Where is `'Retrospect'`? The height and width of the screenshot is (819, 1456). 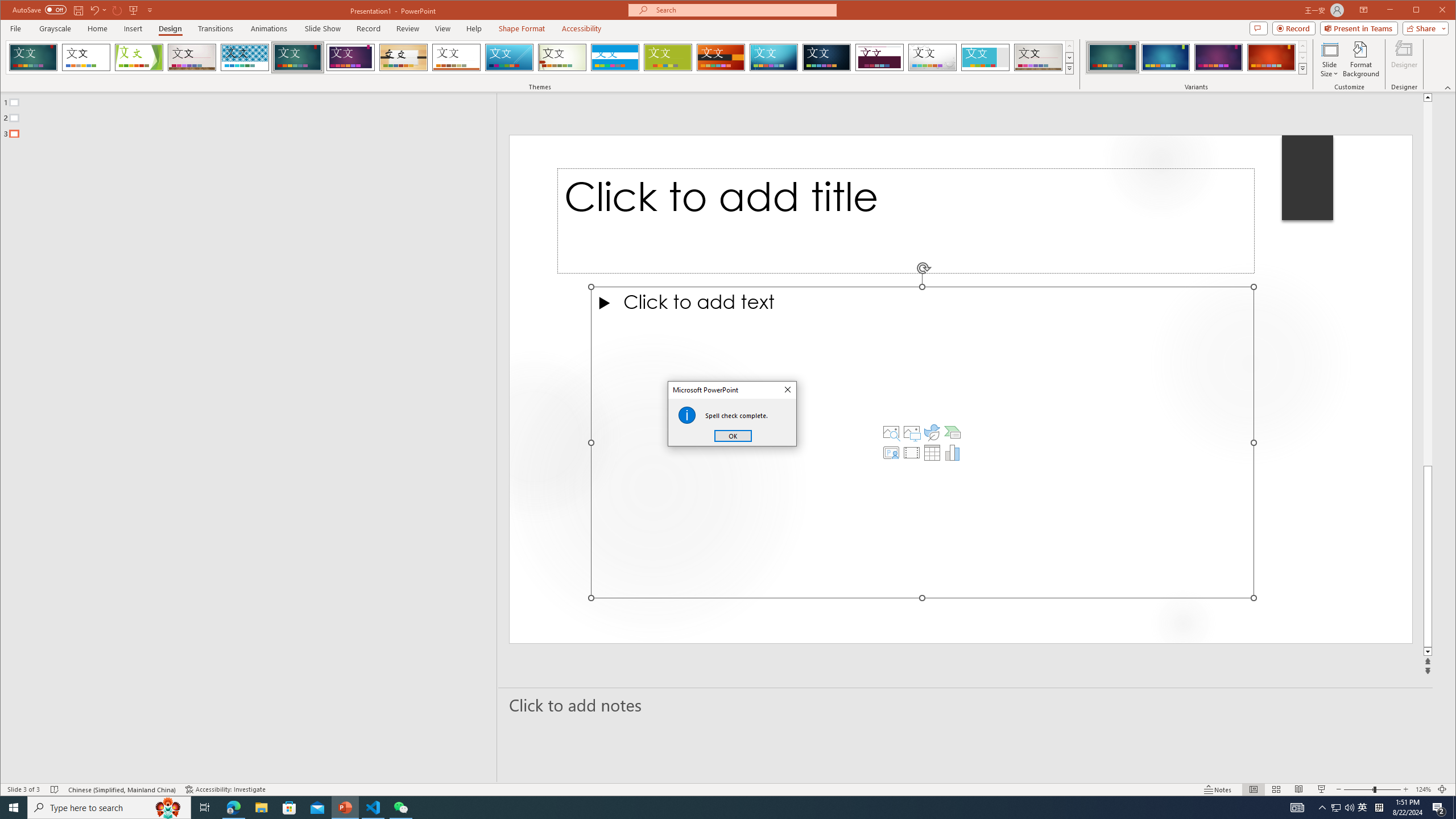
'Retrospect' is located at coordinates (456, 57).